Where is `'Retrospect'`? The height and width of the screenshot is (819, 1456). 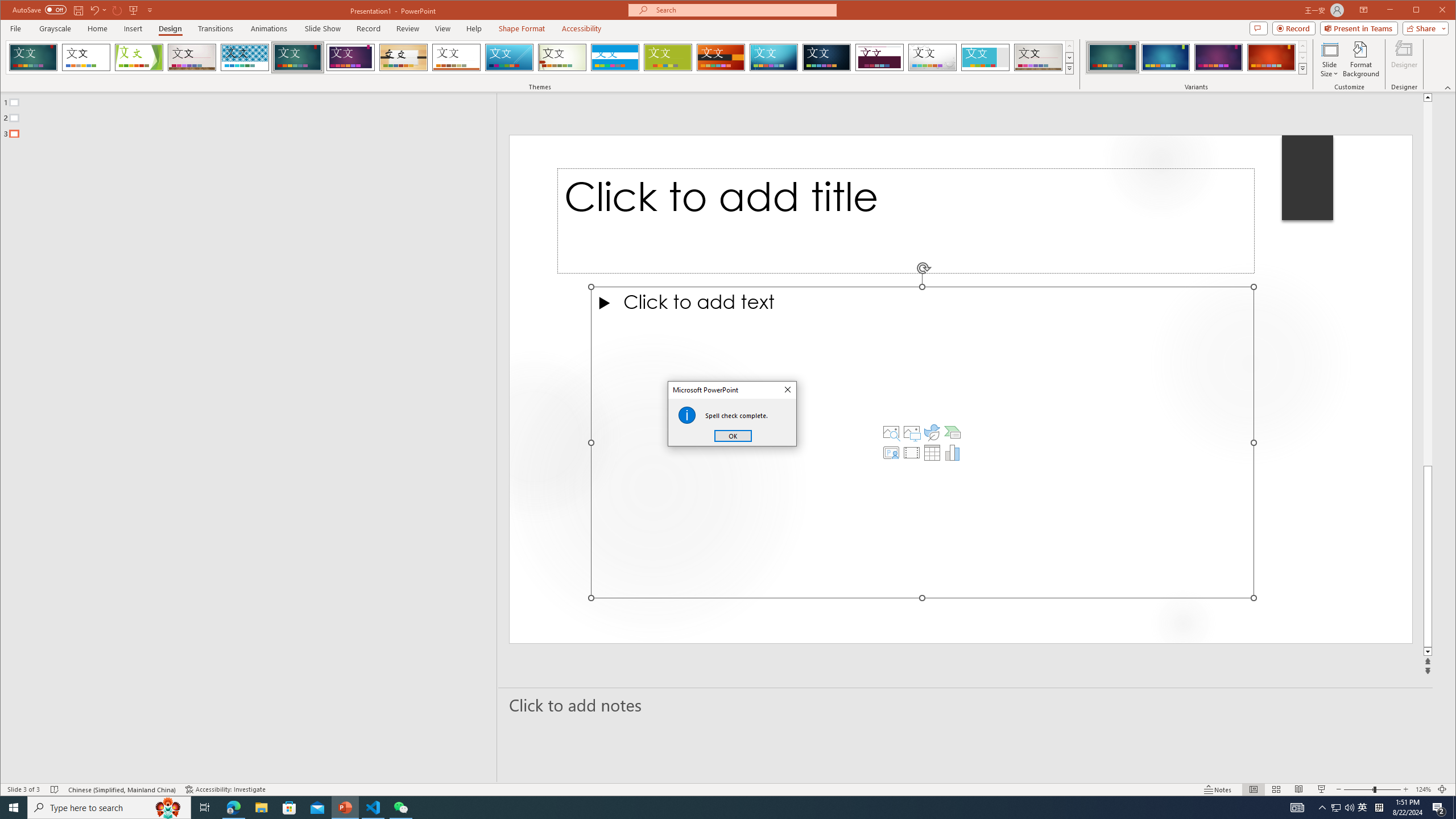
'Retrospect' is located at coordinates (456, 57).